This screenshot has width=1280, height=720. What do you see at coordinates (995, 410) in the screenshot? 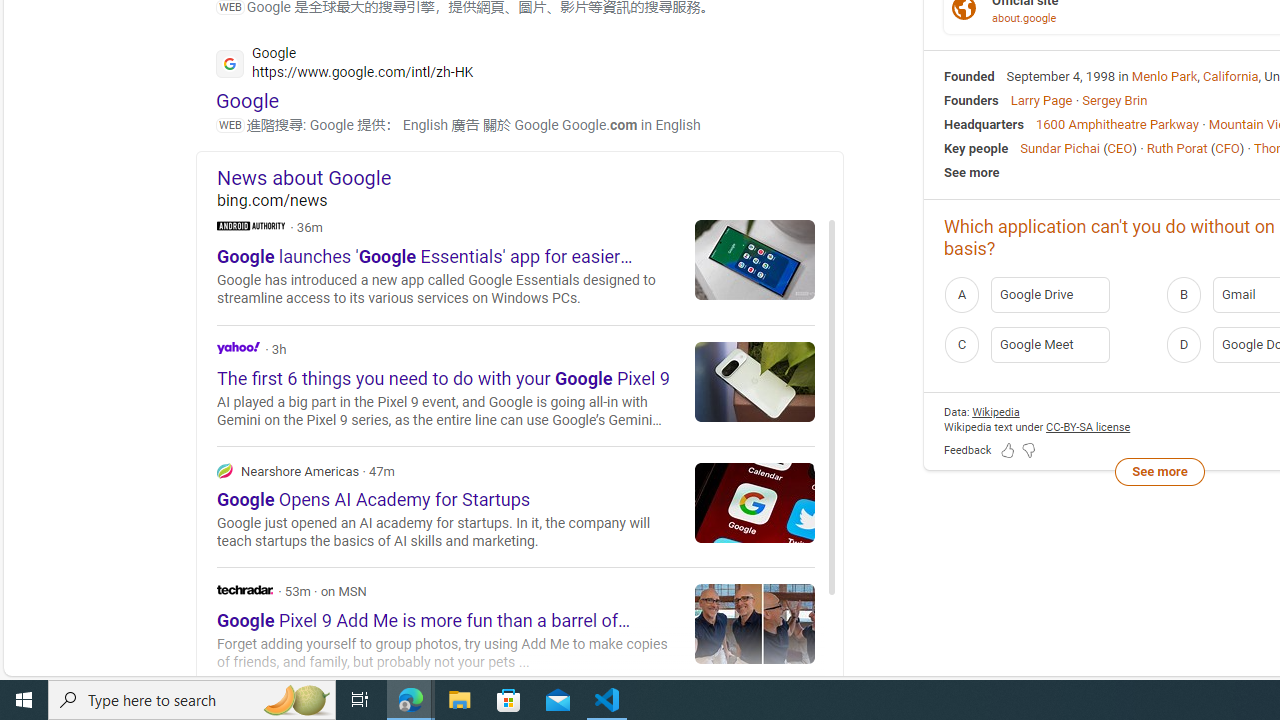
I see `'Data attribution Wikipedia'` at bounding box center [995, 410].